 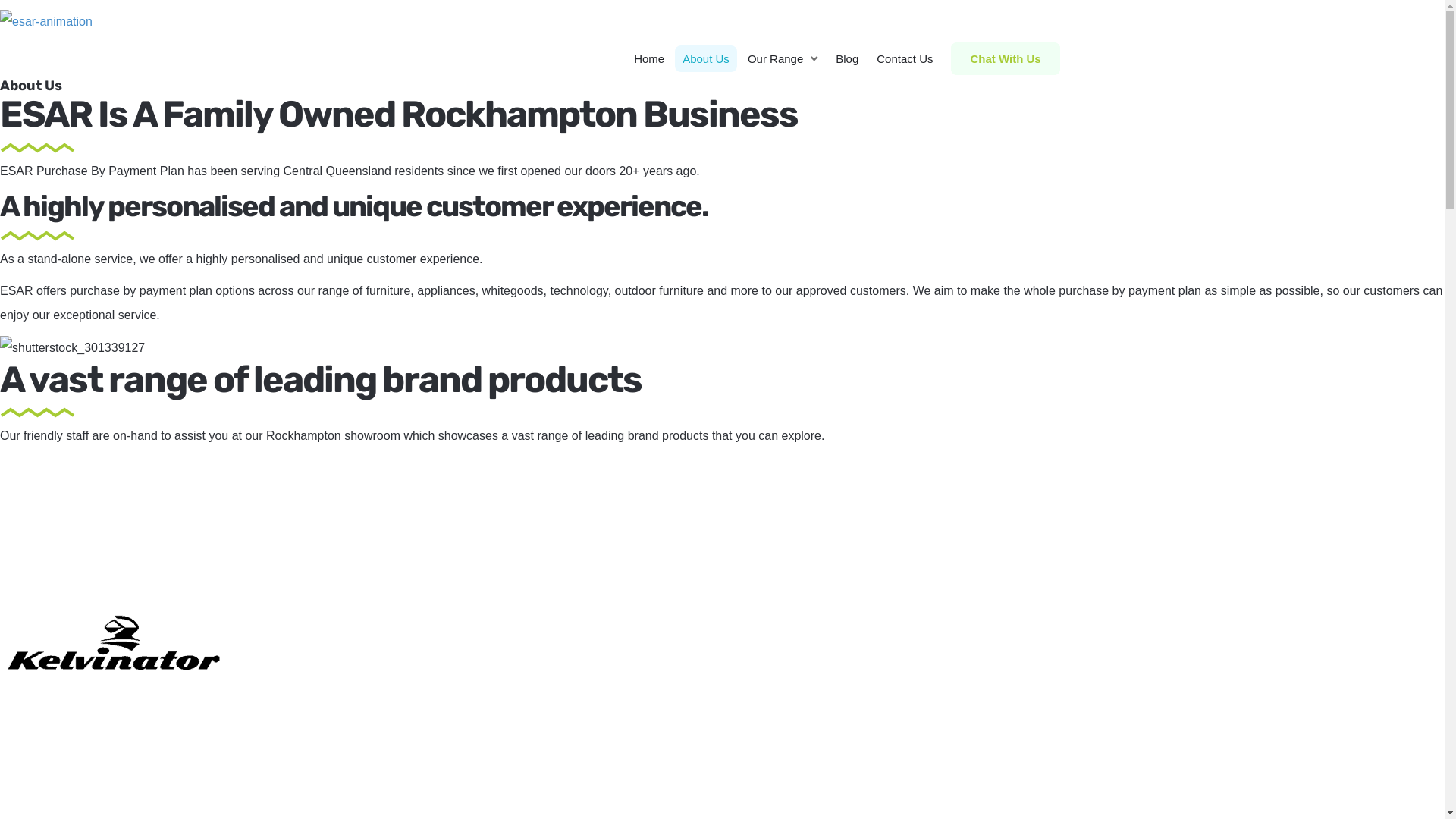 I want to click on 'greenzig (1)', so click(x=37, y=148).